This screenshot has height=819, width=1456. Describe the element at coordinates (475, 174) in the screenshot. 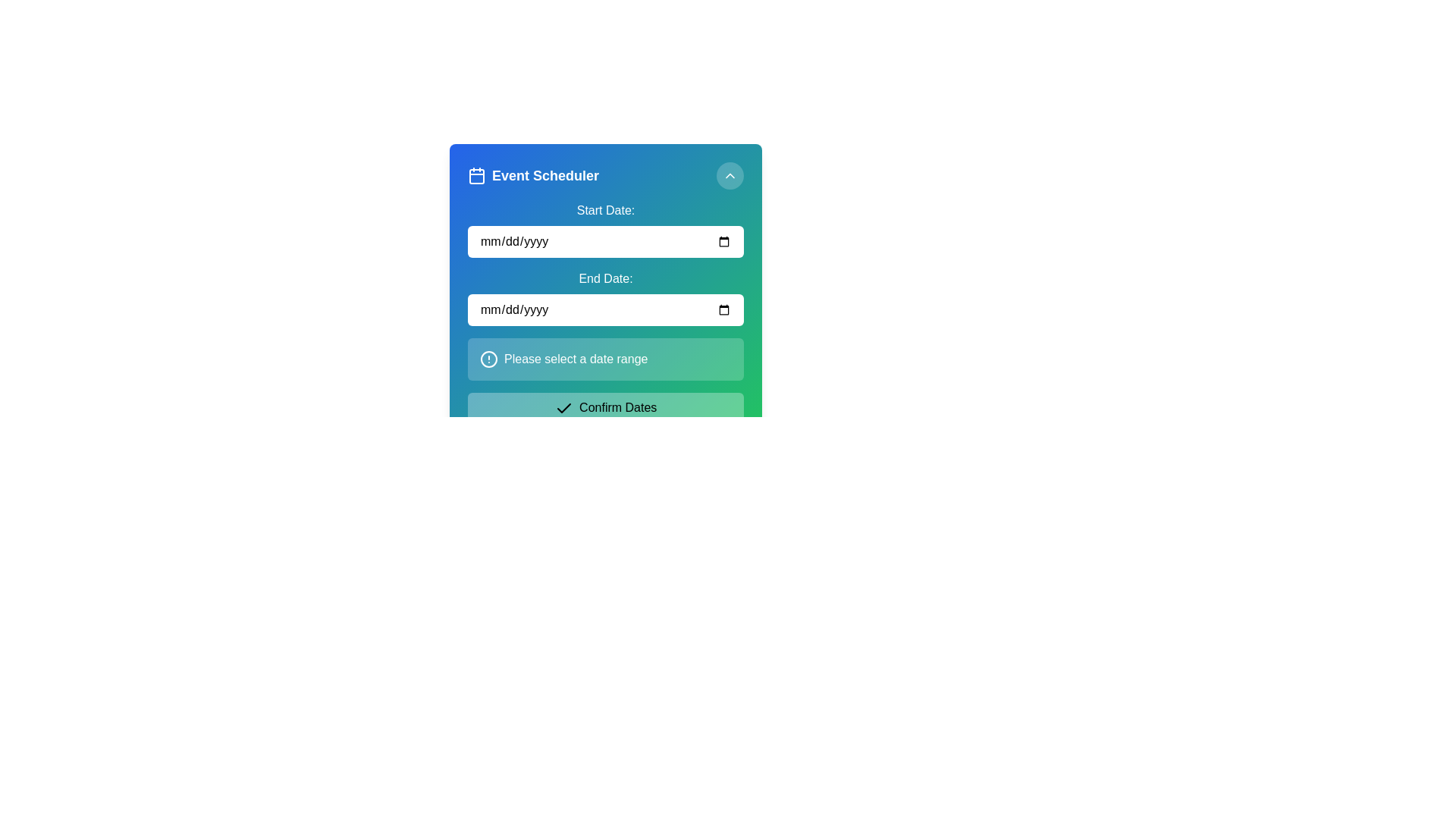

I see `the calendar icon located at the top-left corner of the 'Event Scheduler' header, which is a minimalistic outline-style vector graphic` at that location.